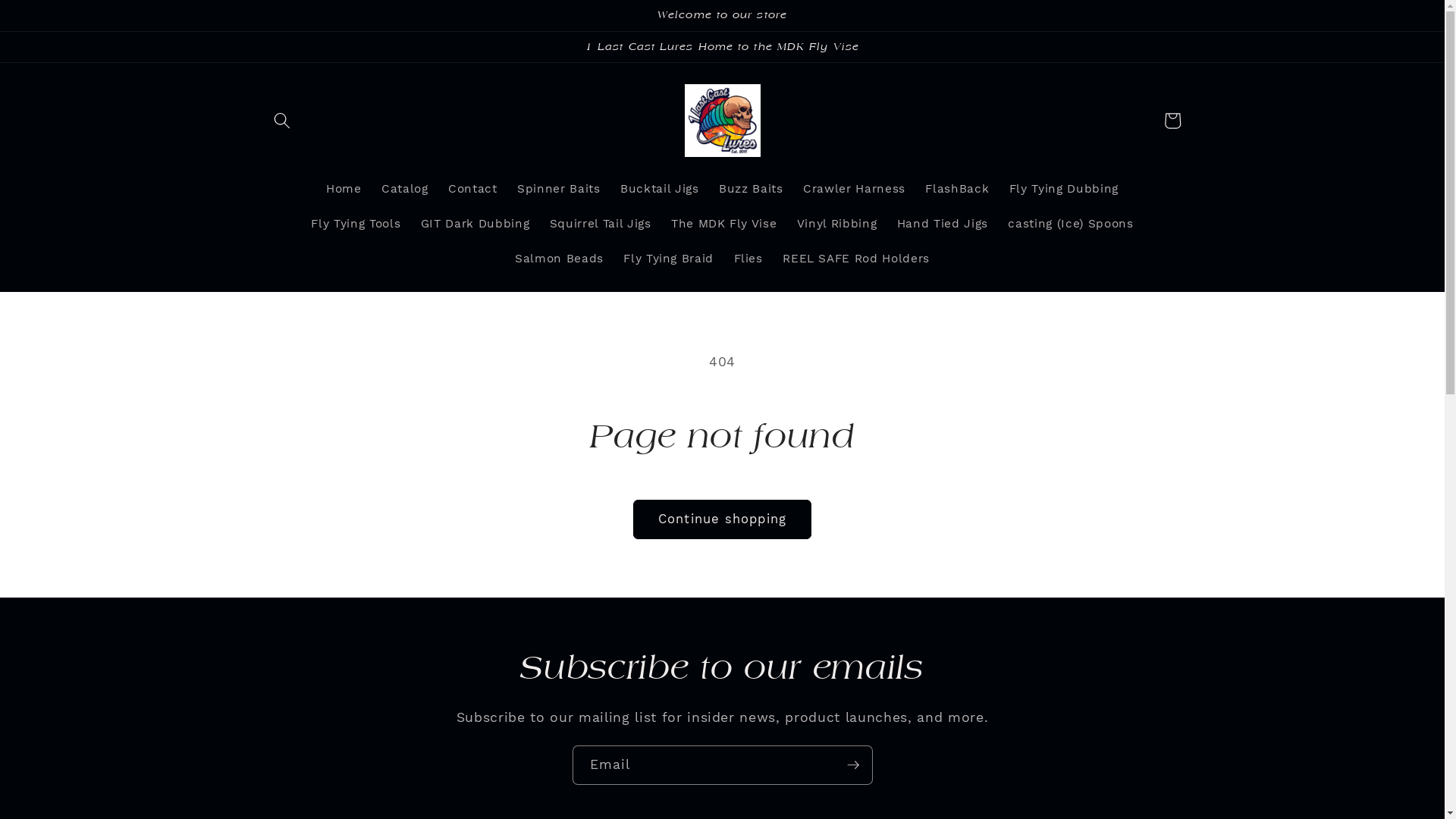 This screenshot has height=819, width=1456. What do you see at coordinates (997, 224) in the screenshot?
I see `'casting (Ice) Spoons'` at bounding box center [997, 224].